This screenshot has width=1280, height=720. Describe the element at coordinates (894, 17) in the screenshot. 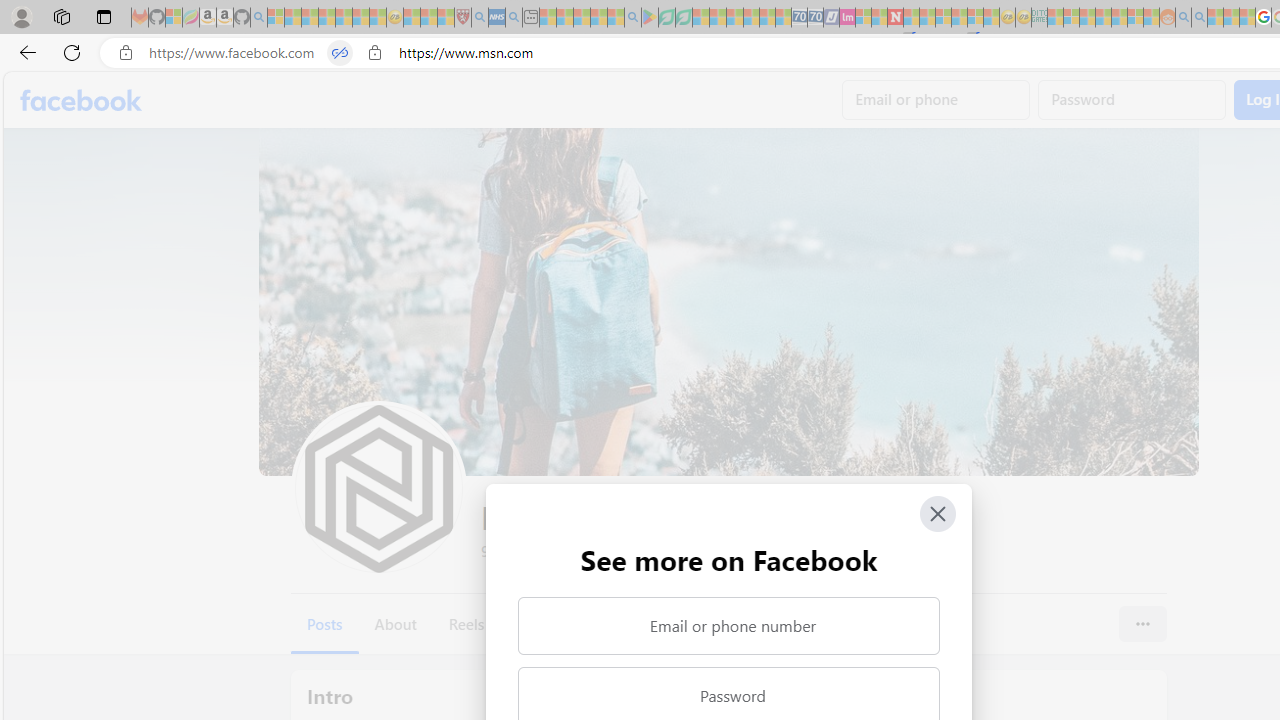

I see `'Latest Politics News & Archive | Newsweek.com - Sleeping'` at that location.